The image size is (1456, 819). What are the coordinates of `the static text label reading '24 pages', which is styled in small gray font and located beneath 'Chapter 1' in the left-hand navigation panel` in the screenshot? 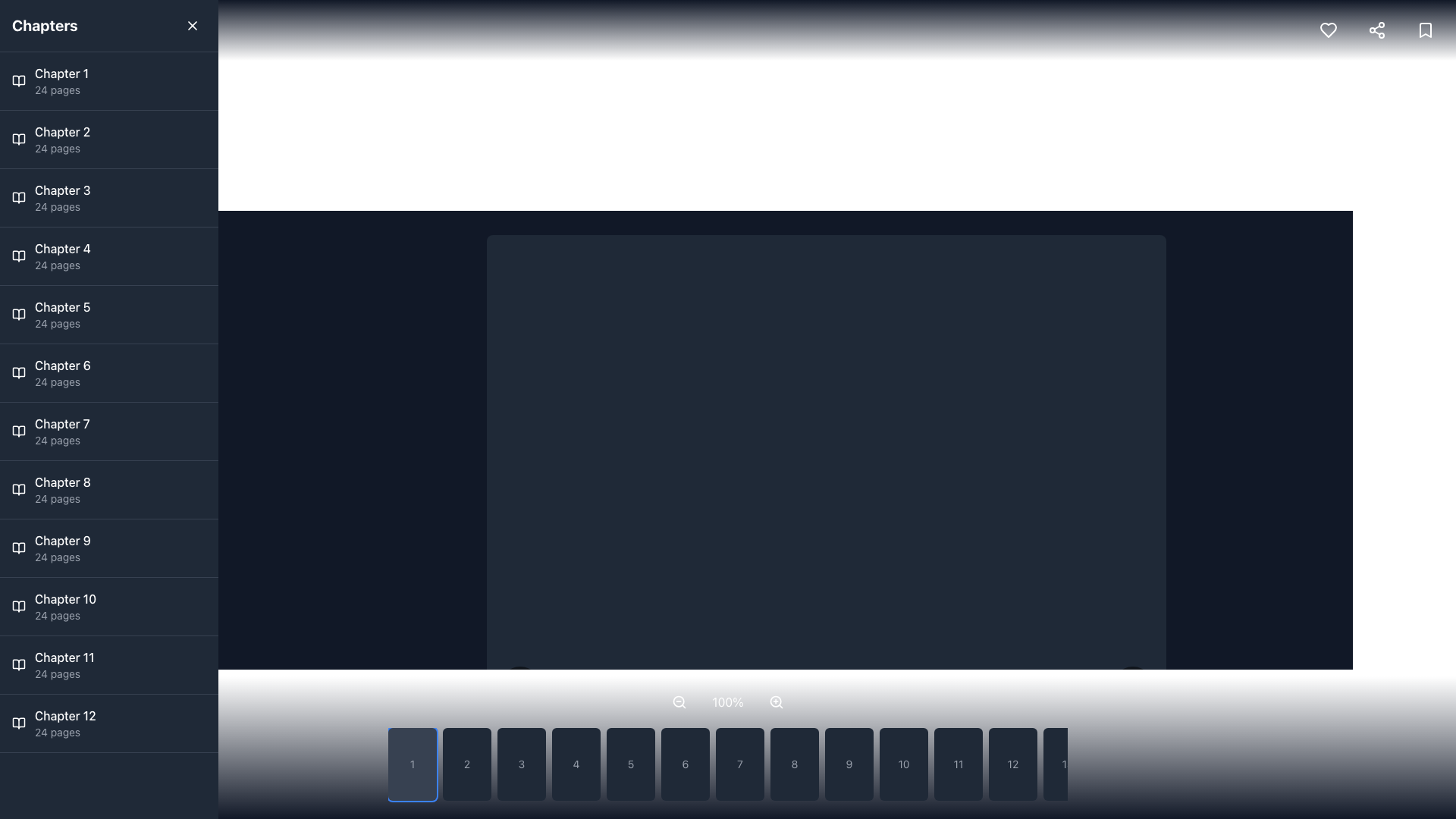 It's located at (61, 90).